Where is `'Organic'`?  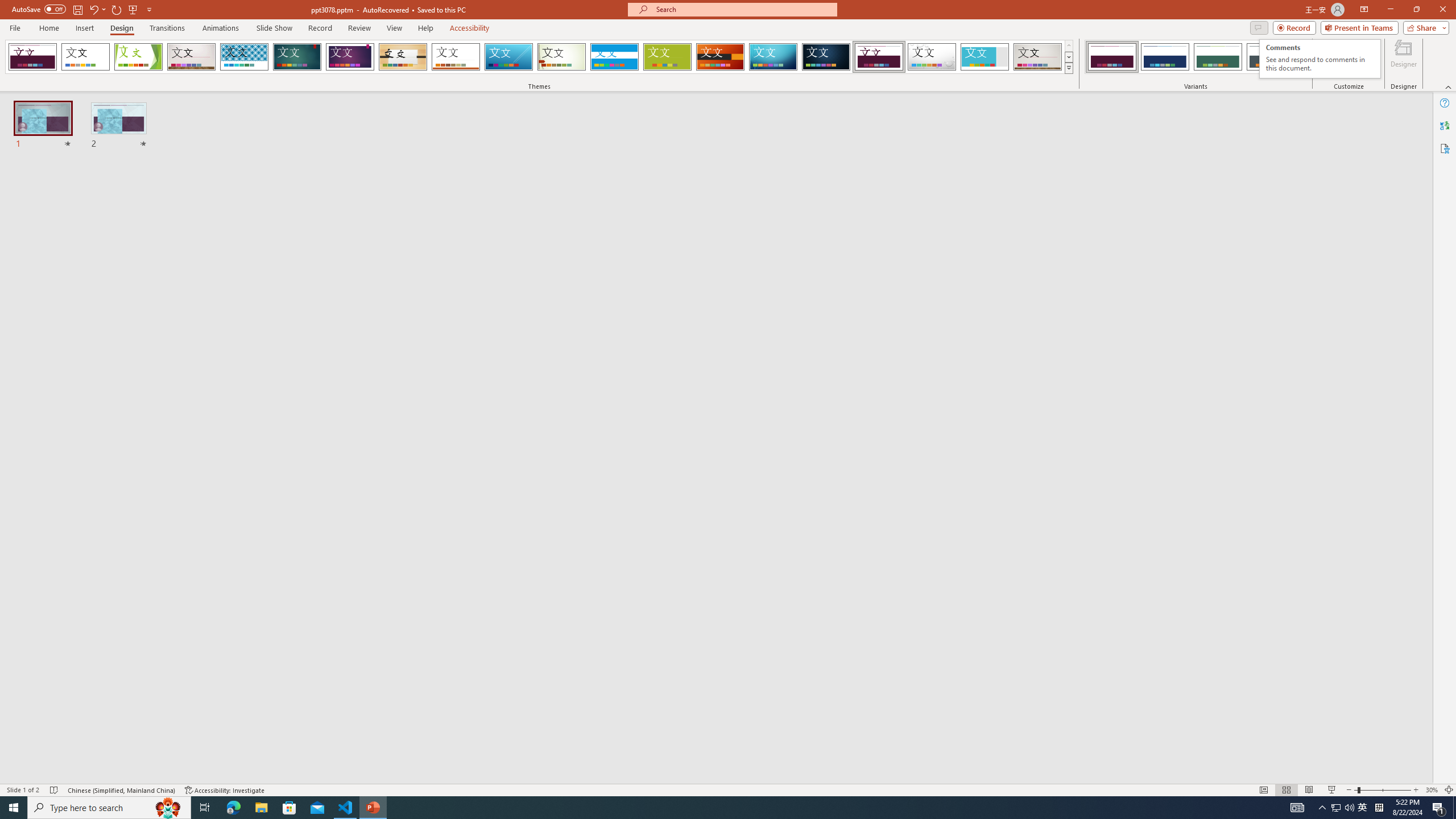
'Organic' is located at coordinates (455, 56).